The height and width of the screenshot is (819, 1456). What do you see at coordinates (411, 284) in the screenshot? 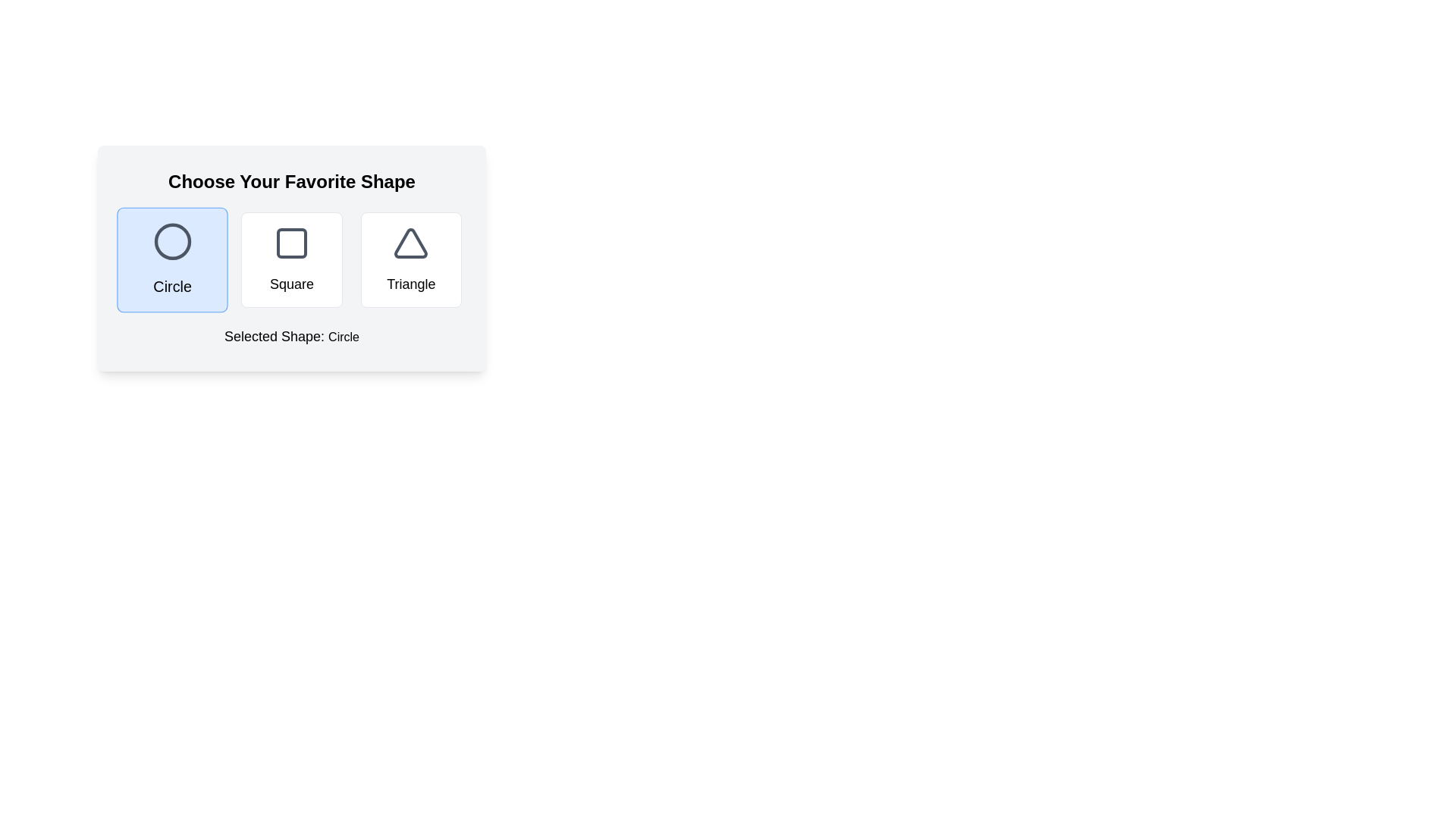
I see `text of the descriptive label identifying the triangular icon as 'Triangle', located below the triangular icon in the third shape selection card from the left` at bounding box center [411, 284].